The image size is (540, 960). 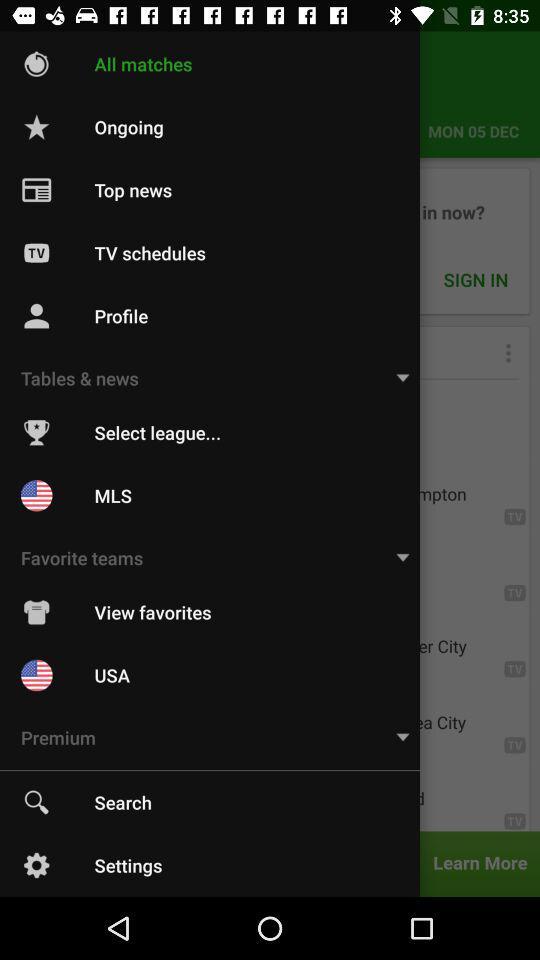 I want to click on the option tv schedules, so click(x=270, y=240).